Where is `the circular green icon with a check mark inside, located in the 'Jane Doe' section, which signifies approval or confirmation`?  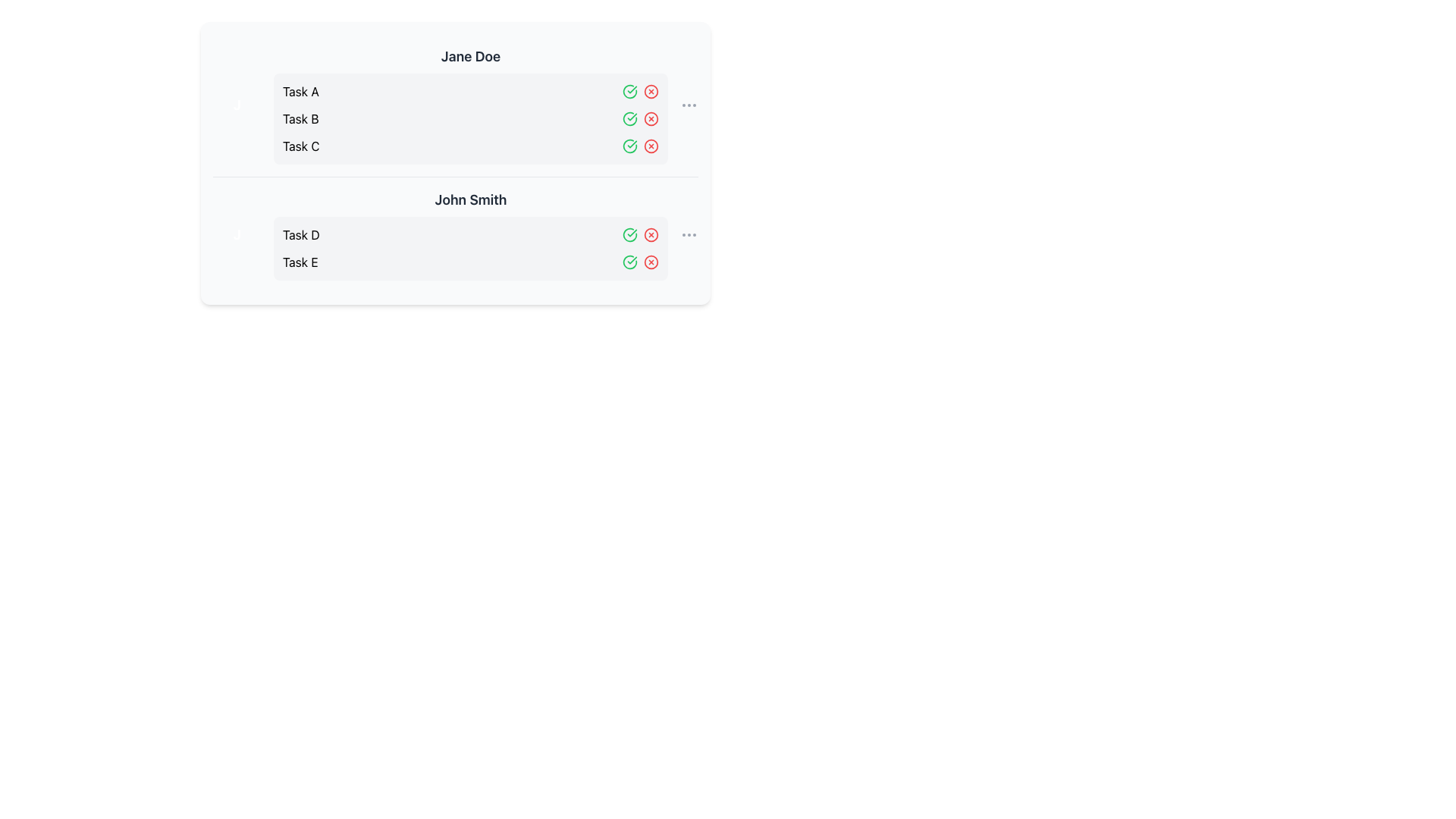
the circular green icon with a check mark inside, located in the 'Jane Doe' section, which signifies approval or confirmation is located at coordinates (629, 118).